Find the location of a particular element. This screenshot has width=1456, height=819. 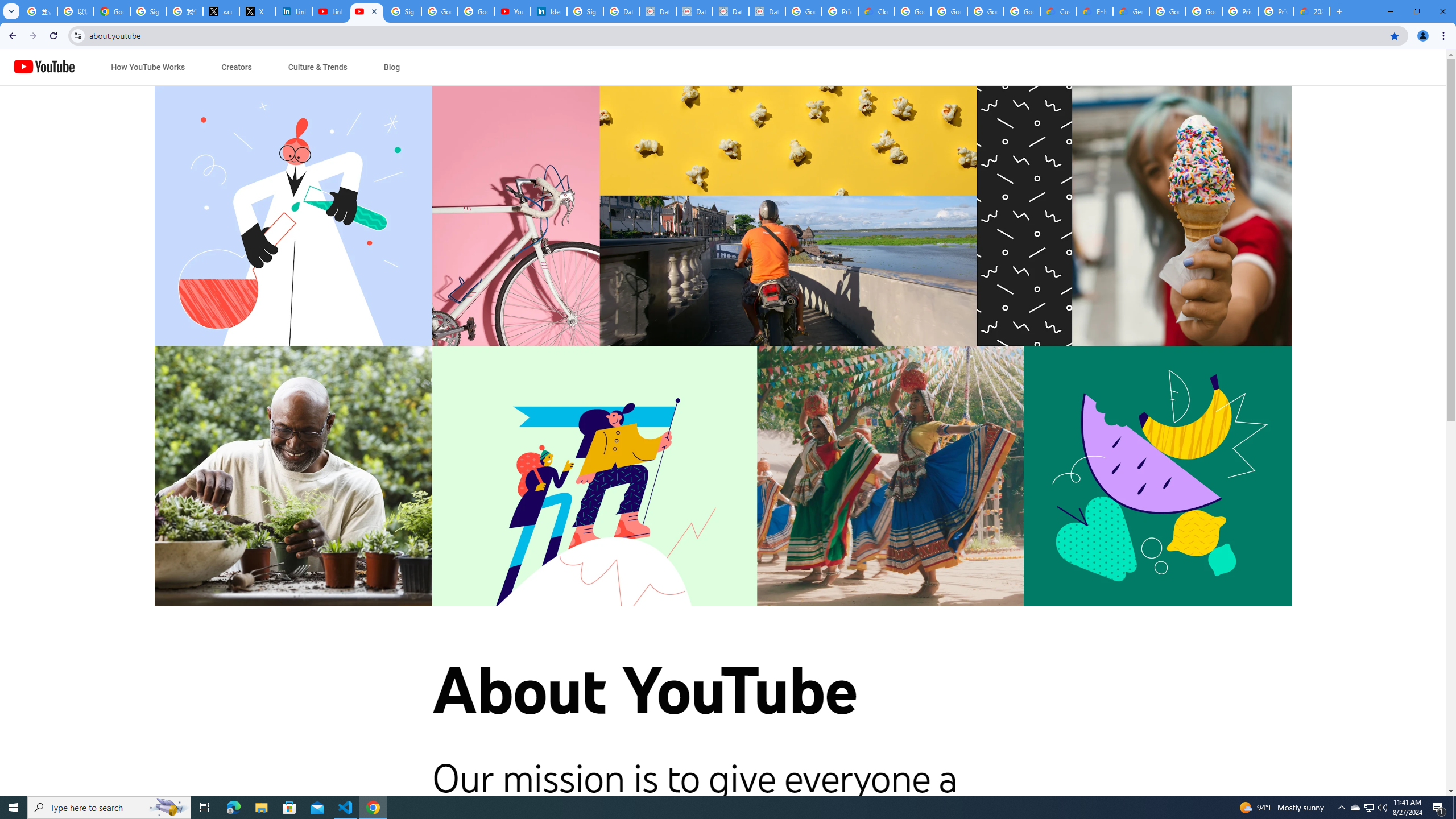

'LinkedIn - YouTube' is located at coordinates (330, 11).